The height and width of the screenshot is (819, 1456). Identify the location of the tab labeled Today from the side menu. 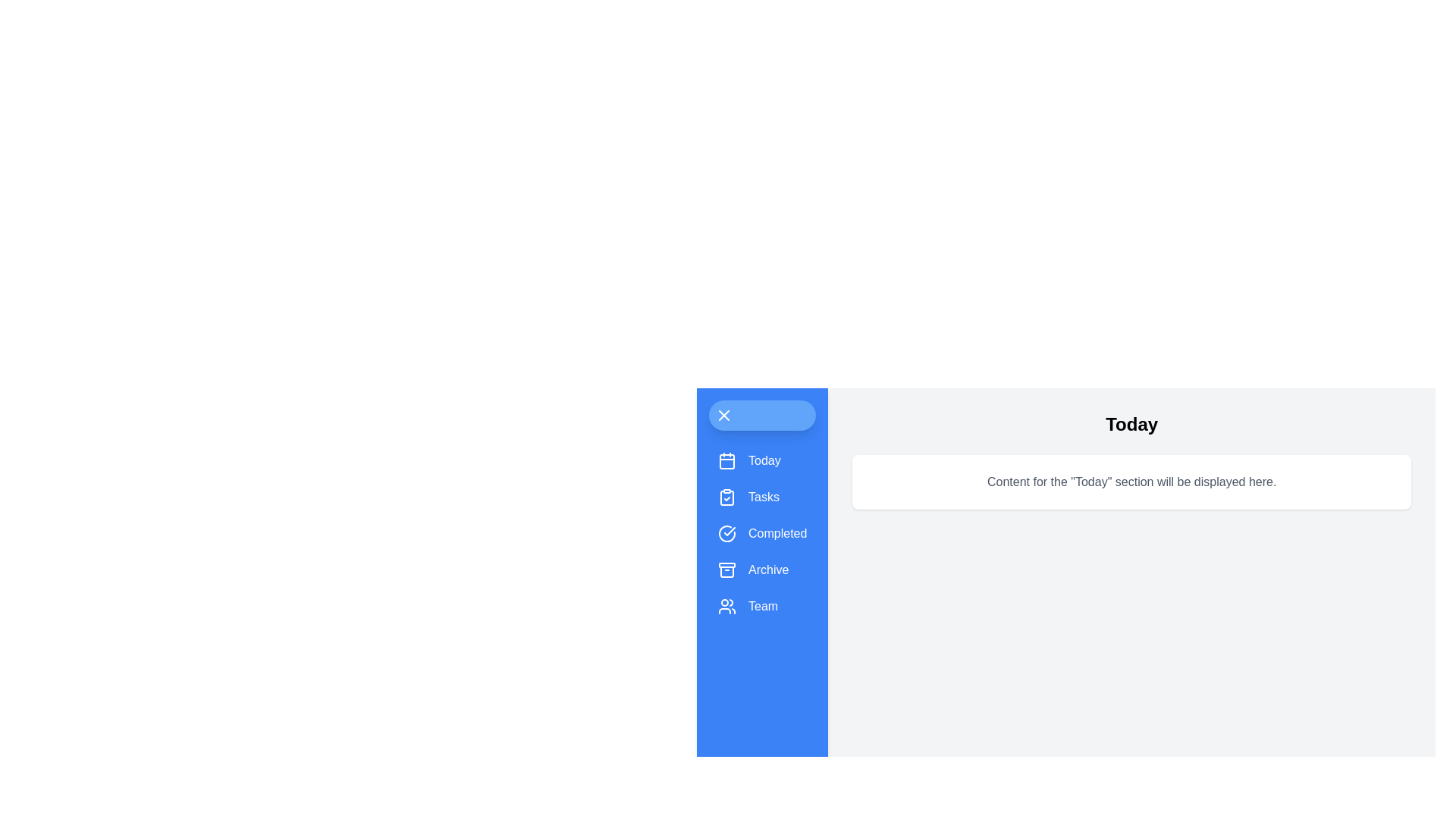
(762, 460).